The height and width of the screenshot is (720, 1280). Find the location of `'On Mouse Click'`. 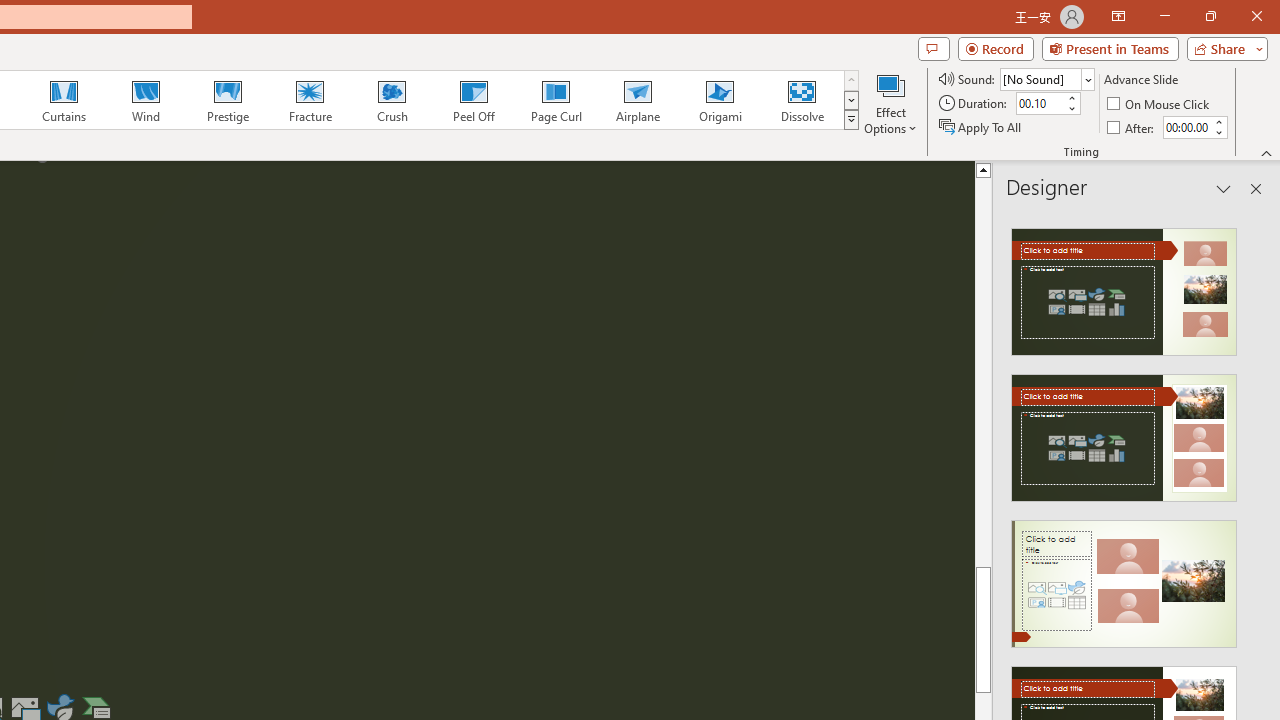

'On Mouse Click' is located at coordinates (1159, 103).